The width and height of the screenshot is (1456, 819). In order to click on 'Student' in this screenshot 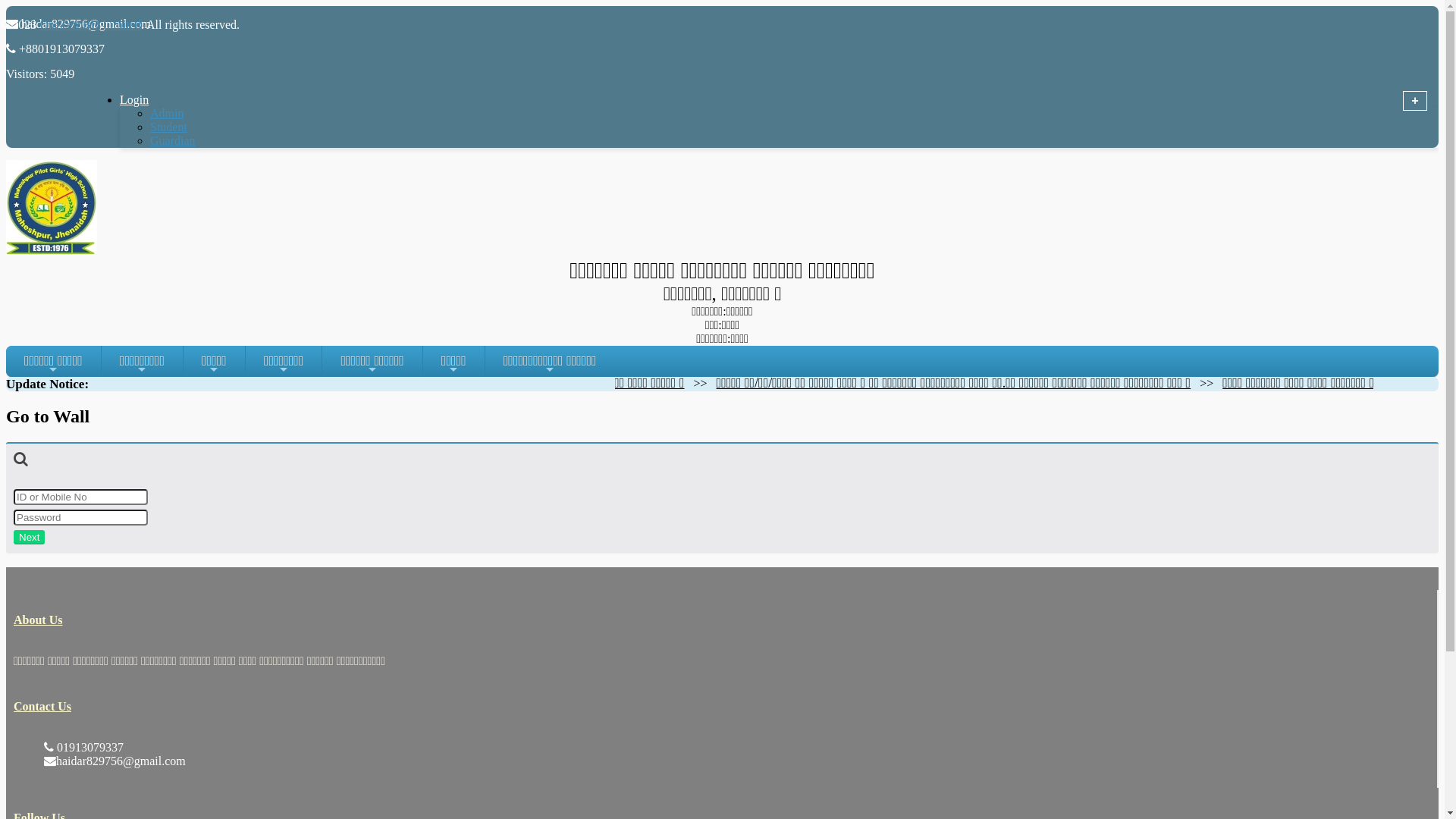, I will do `click(168, 126)`.